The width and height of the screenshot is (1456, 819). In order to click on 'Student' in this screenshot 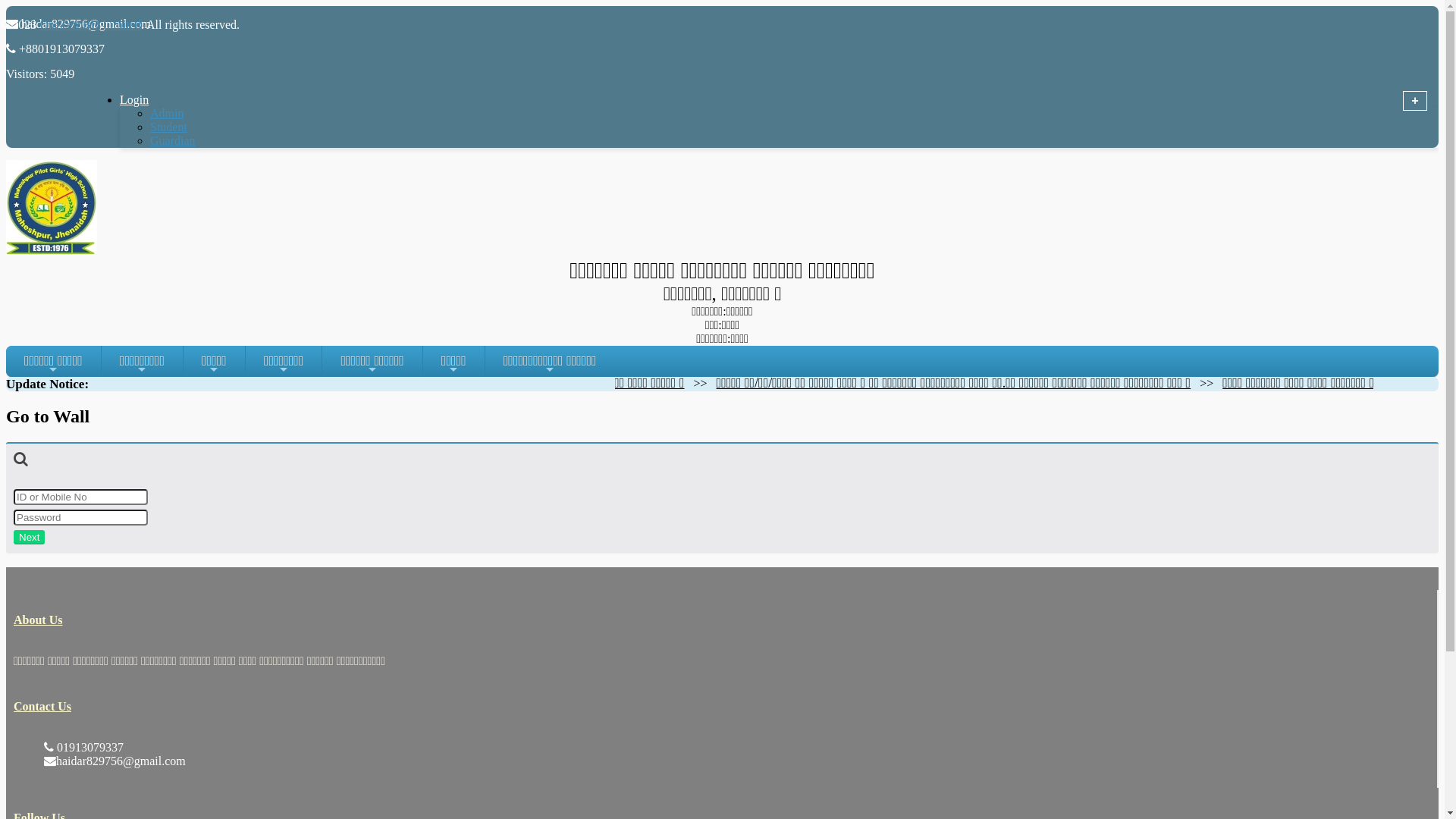, I will do `click(168, 126)`.